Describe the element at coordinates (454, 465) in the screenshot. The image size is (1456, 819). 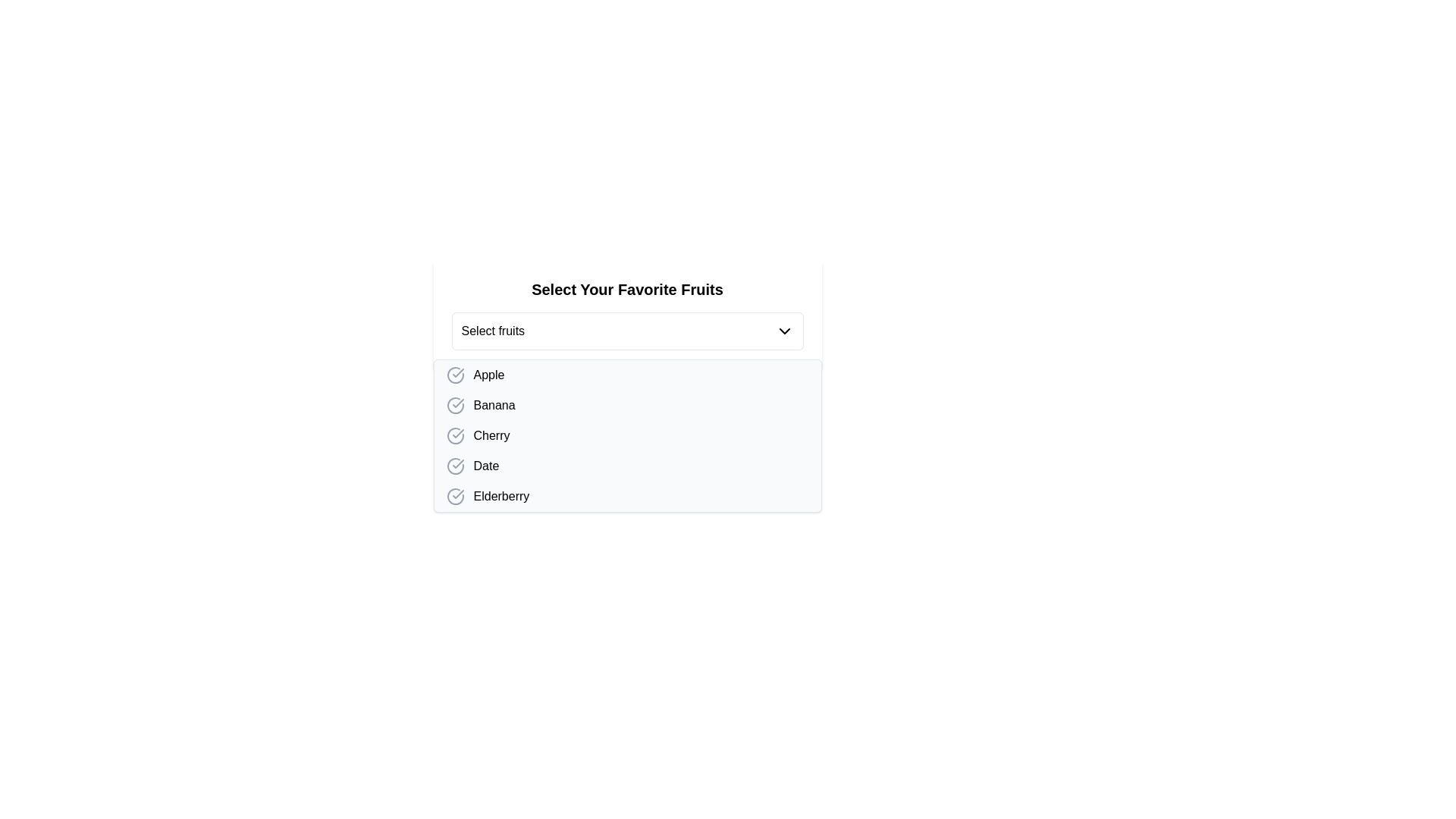
I see `the Checkbox indicator, which is a circular element with a gray stroke and a checkmark silhouette, located to the left of the 'Date' label in the checkbox list` at that location.